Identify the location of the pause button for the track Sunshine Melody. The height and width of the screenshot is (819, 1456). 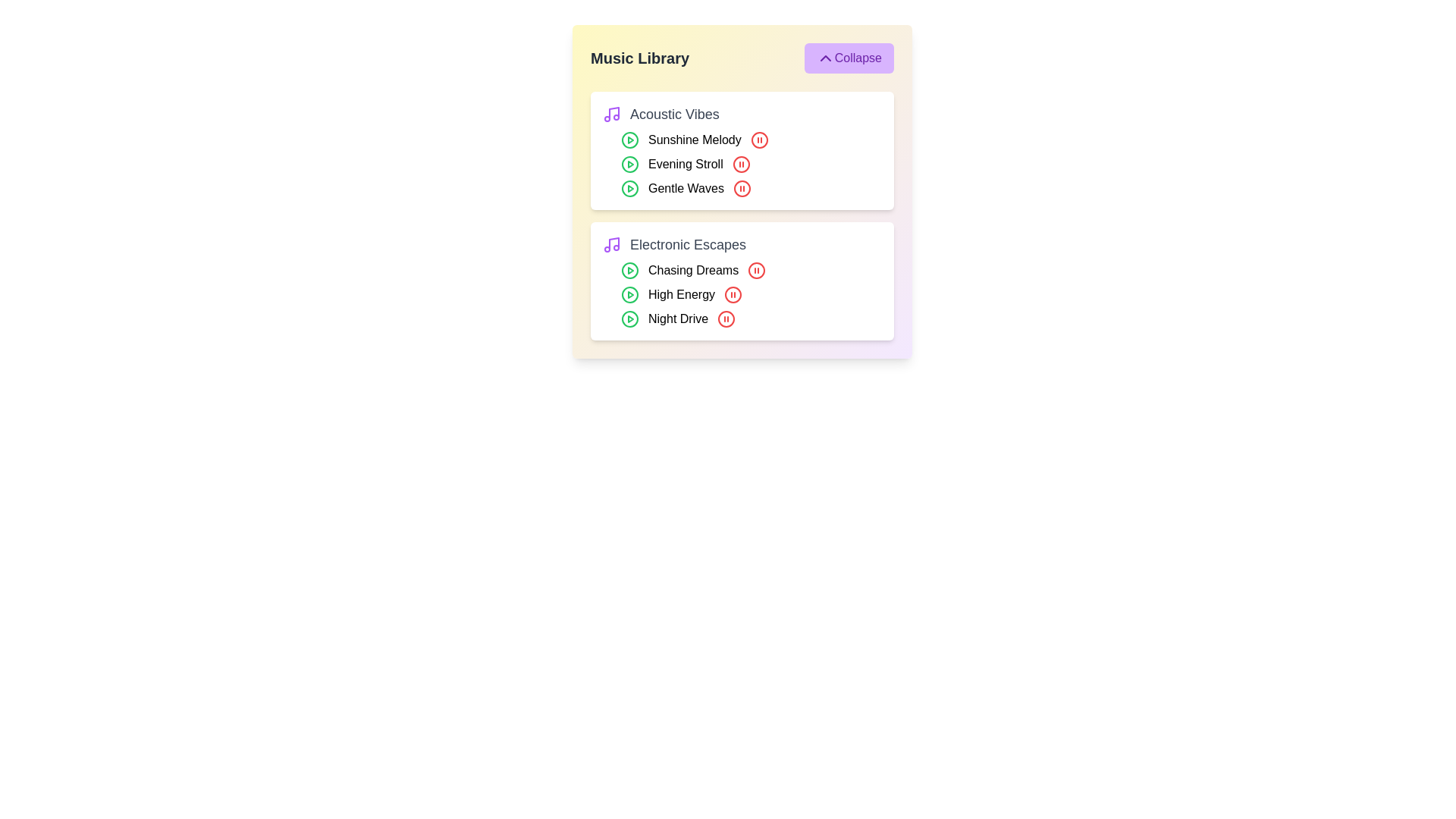
(759, 140).